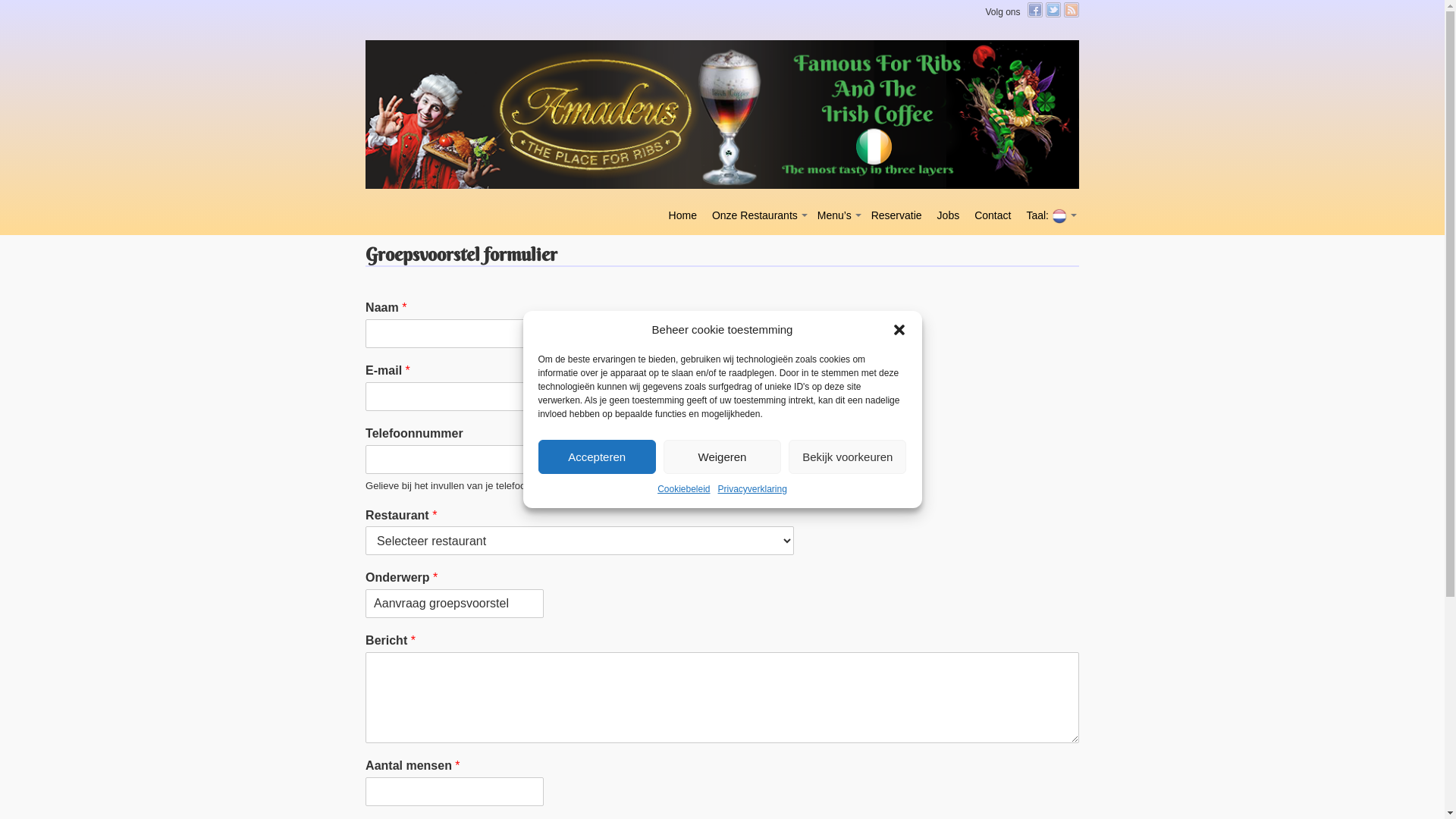 This screenshot has width=1456, height=819. I want to click on 'Home', so click(682, 215).